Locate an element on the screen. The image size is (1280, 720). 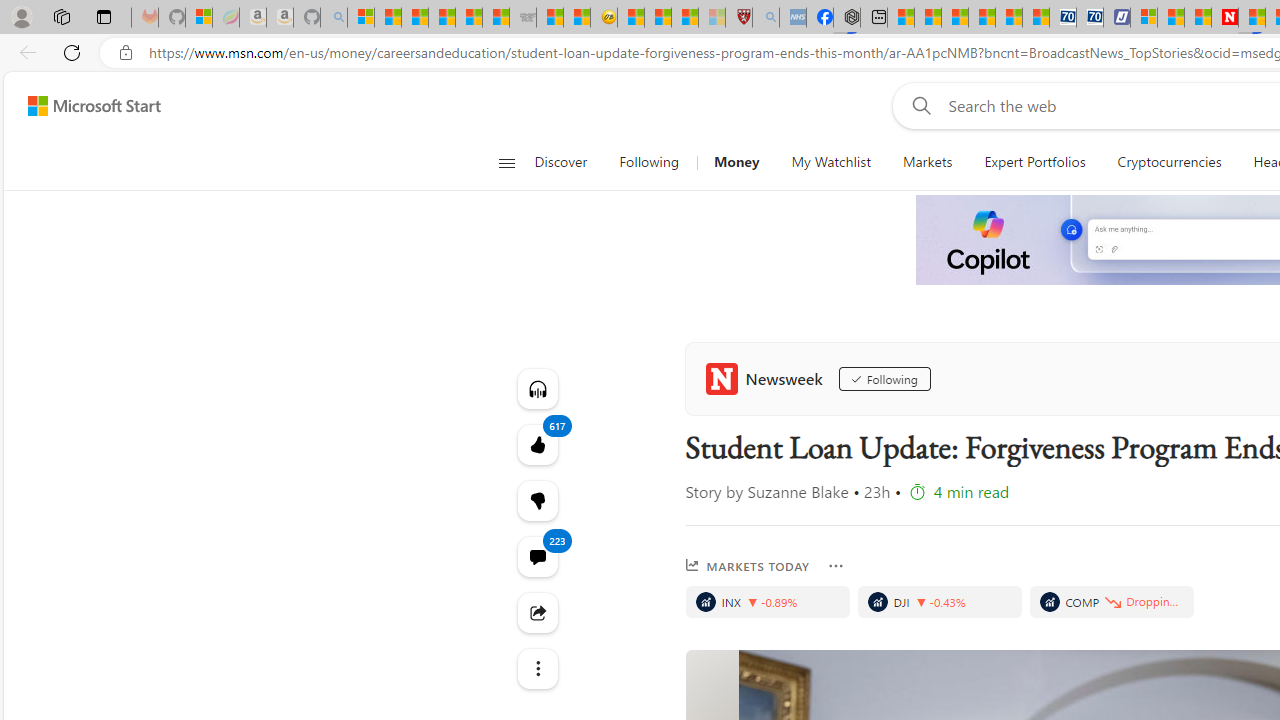
'The Weather Channel - MSN' is located at coordinates (413, 17).